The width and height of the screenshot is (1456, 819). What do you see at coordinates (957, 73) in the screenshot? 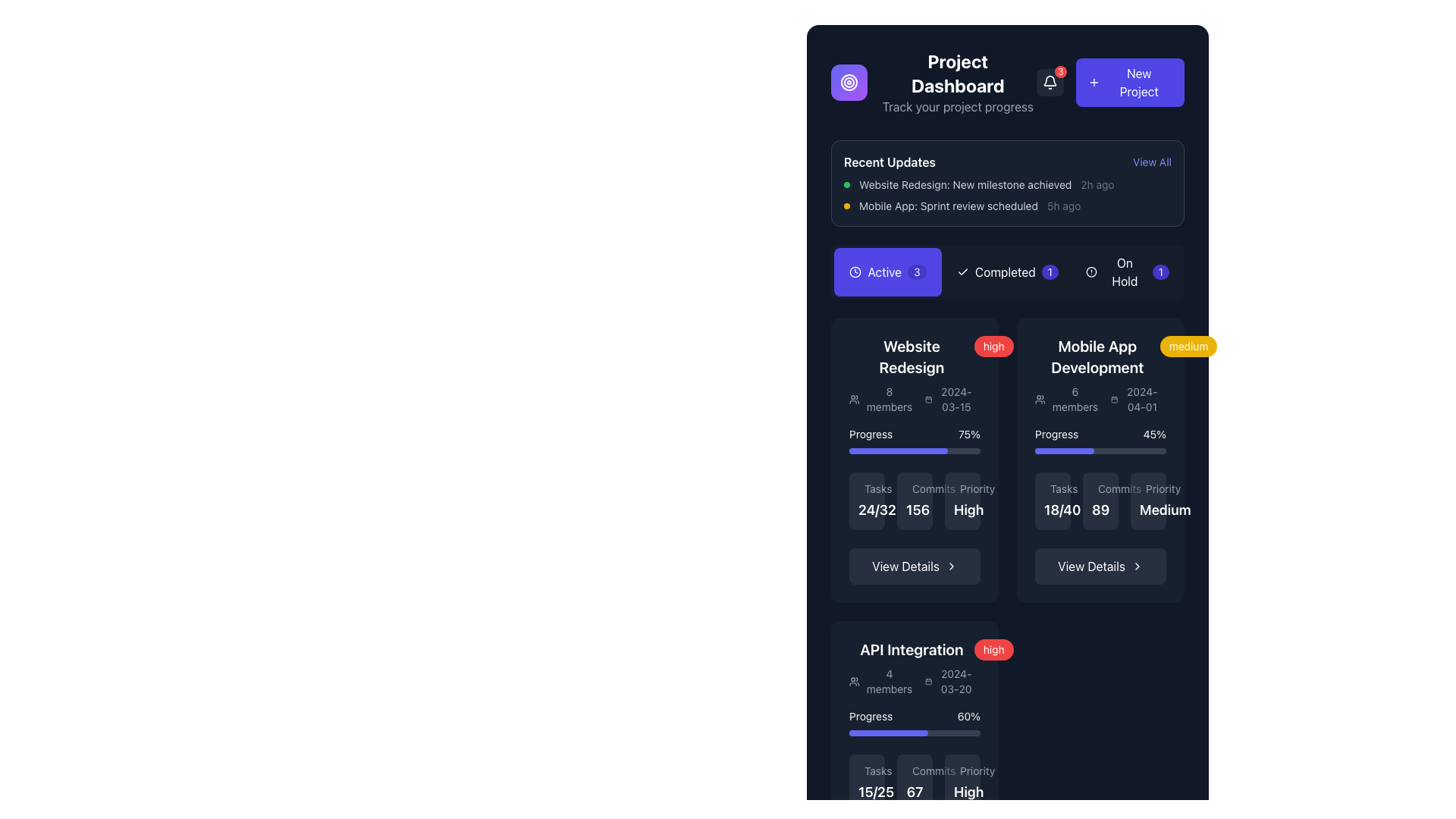
I see `the bold, white text labeled 'Project Dashboard' at the top of the interface` at bounding box center [957, 73].